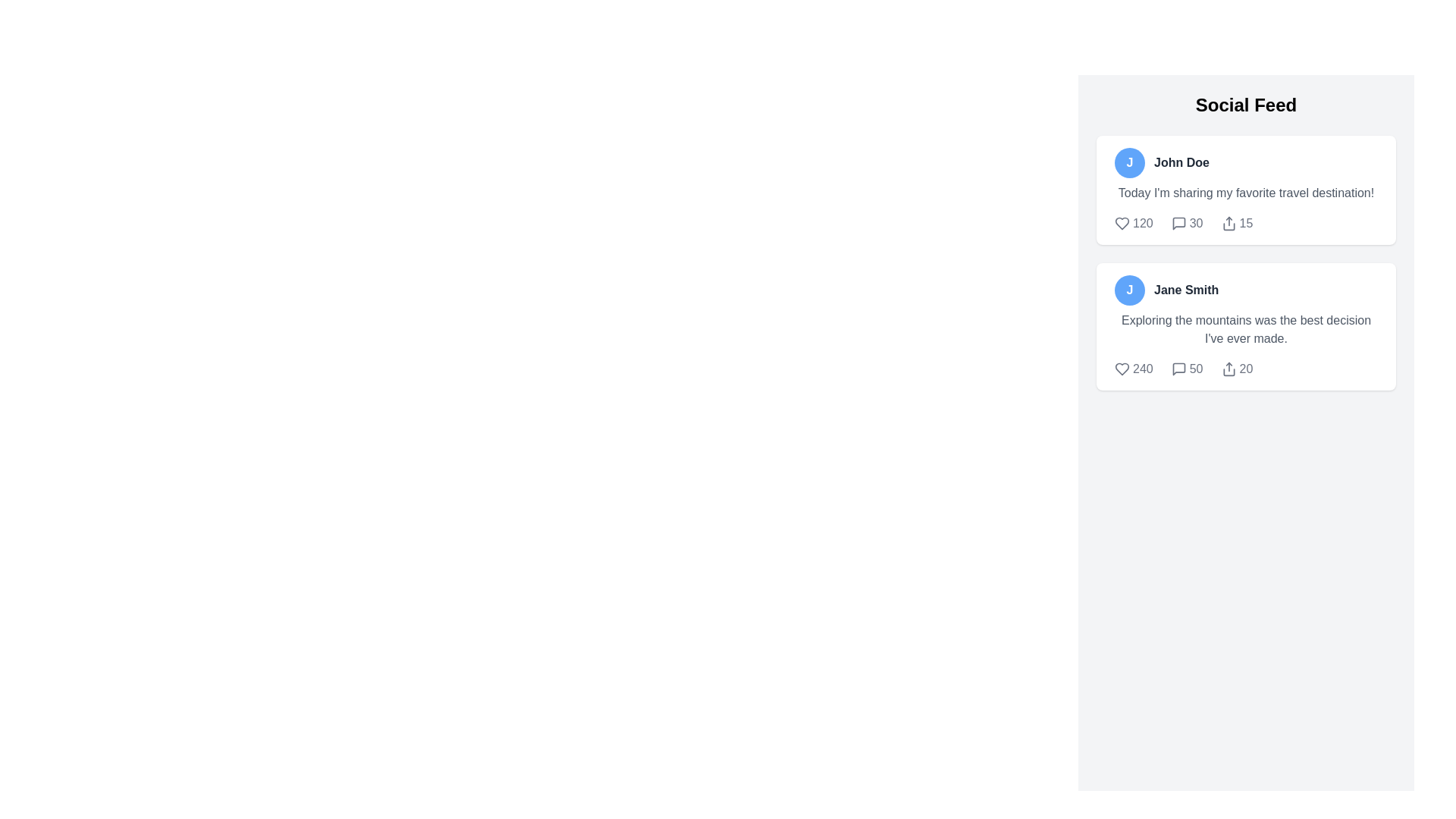 Image resolution: width=1456 pixels, height=819 pixels. What do you see at coordinates (1246, 369) in the screenshot?
I see `the text label indicating the number of shares for Jane Smith's post, which is the last numeric representation in a horizontal list of three pairs at the bottom` at bounding box center [1246, 369].